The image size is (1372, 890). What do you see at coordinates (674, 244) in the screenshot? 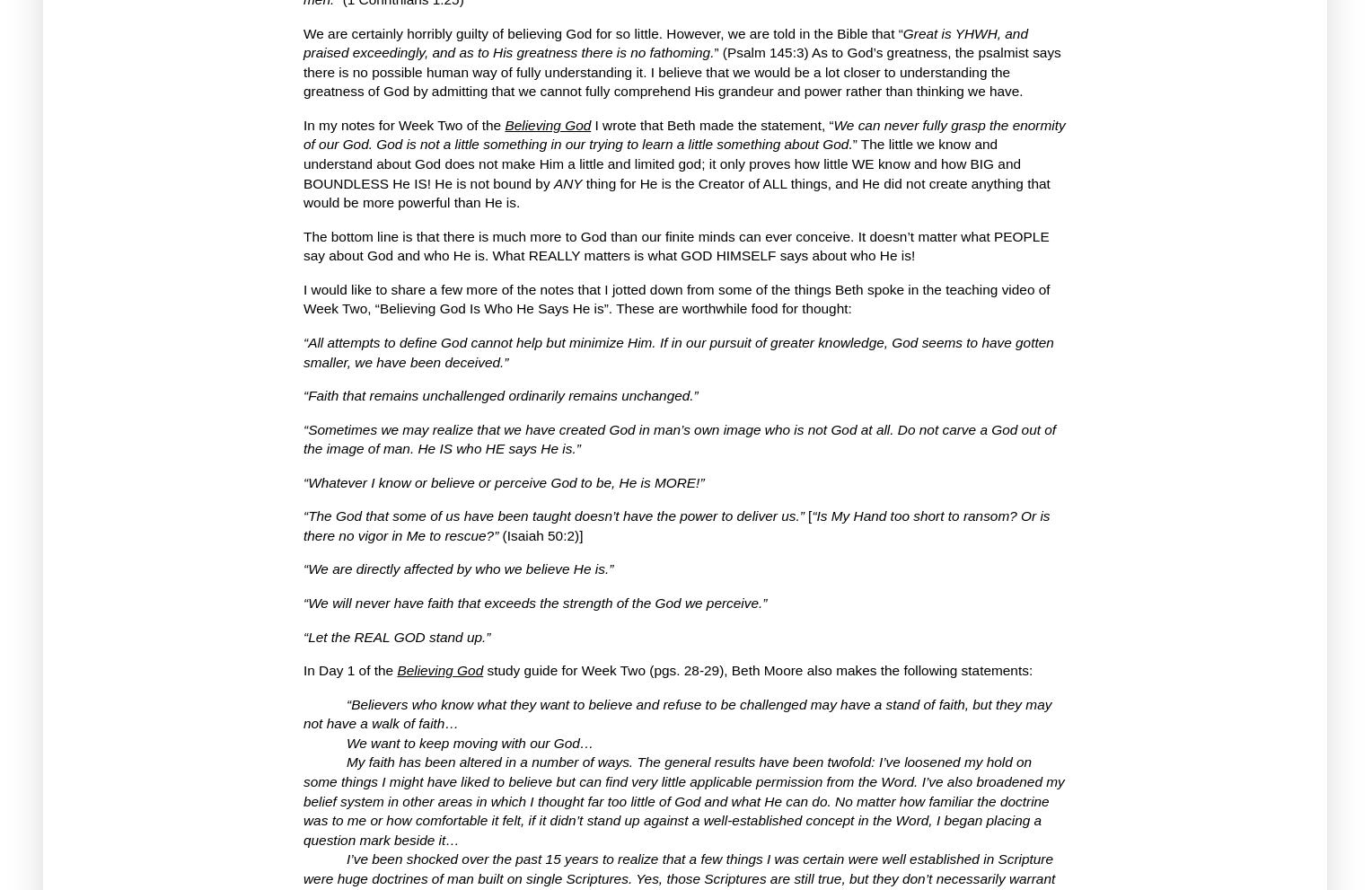
I see `'It doesn’t matter what PEOPLE say about God and who He is.'` at bounding box center [674, 244].